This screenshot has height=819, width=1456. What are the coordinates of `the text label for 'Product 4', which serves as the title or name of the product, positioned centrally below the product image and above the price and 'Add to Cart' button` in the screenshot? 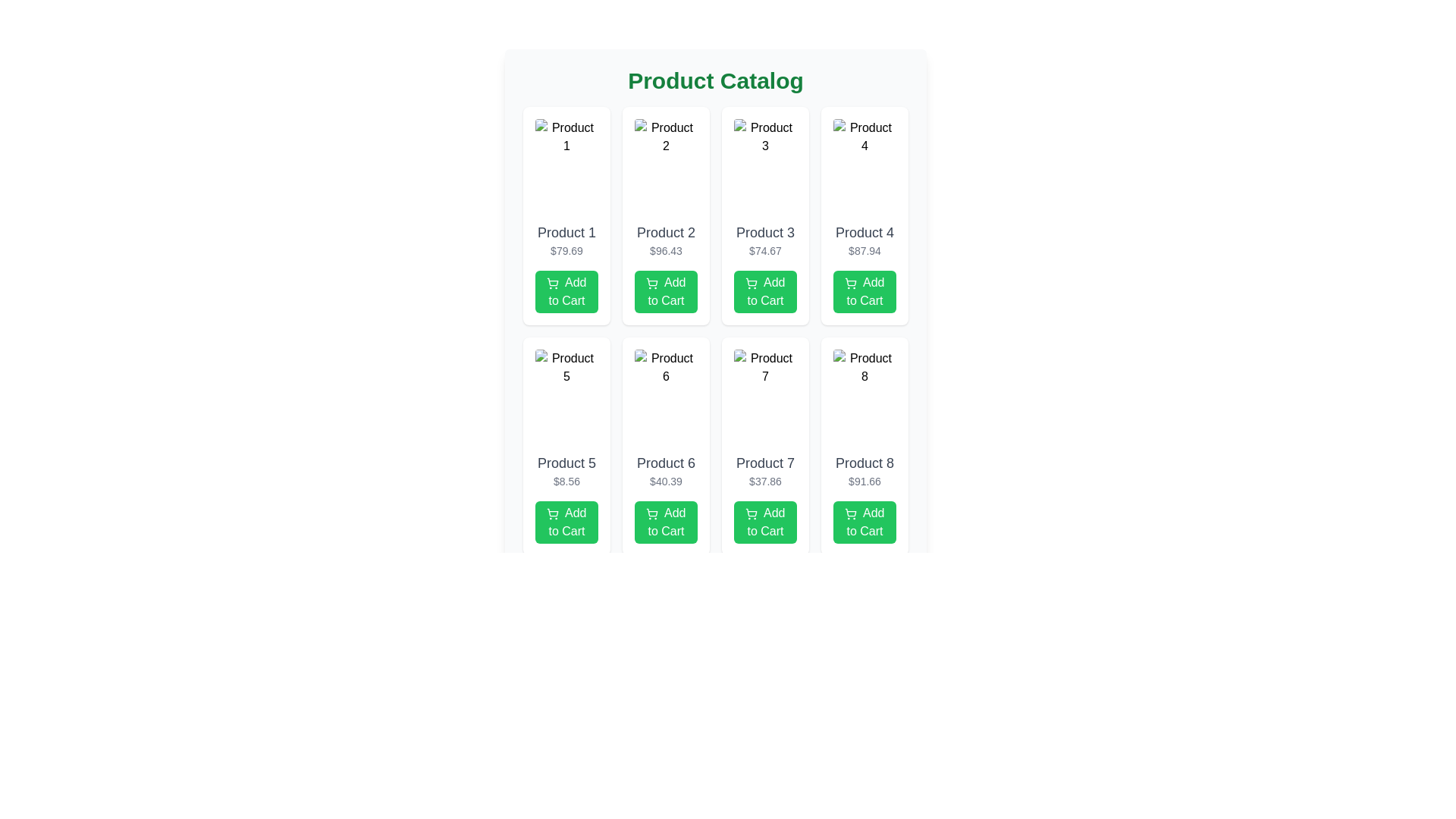 It's located at (864, 233).